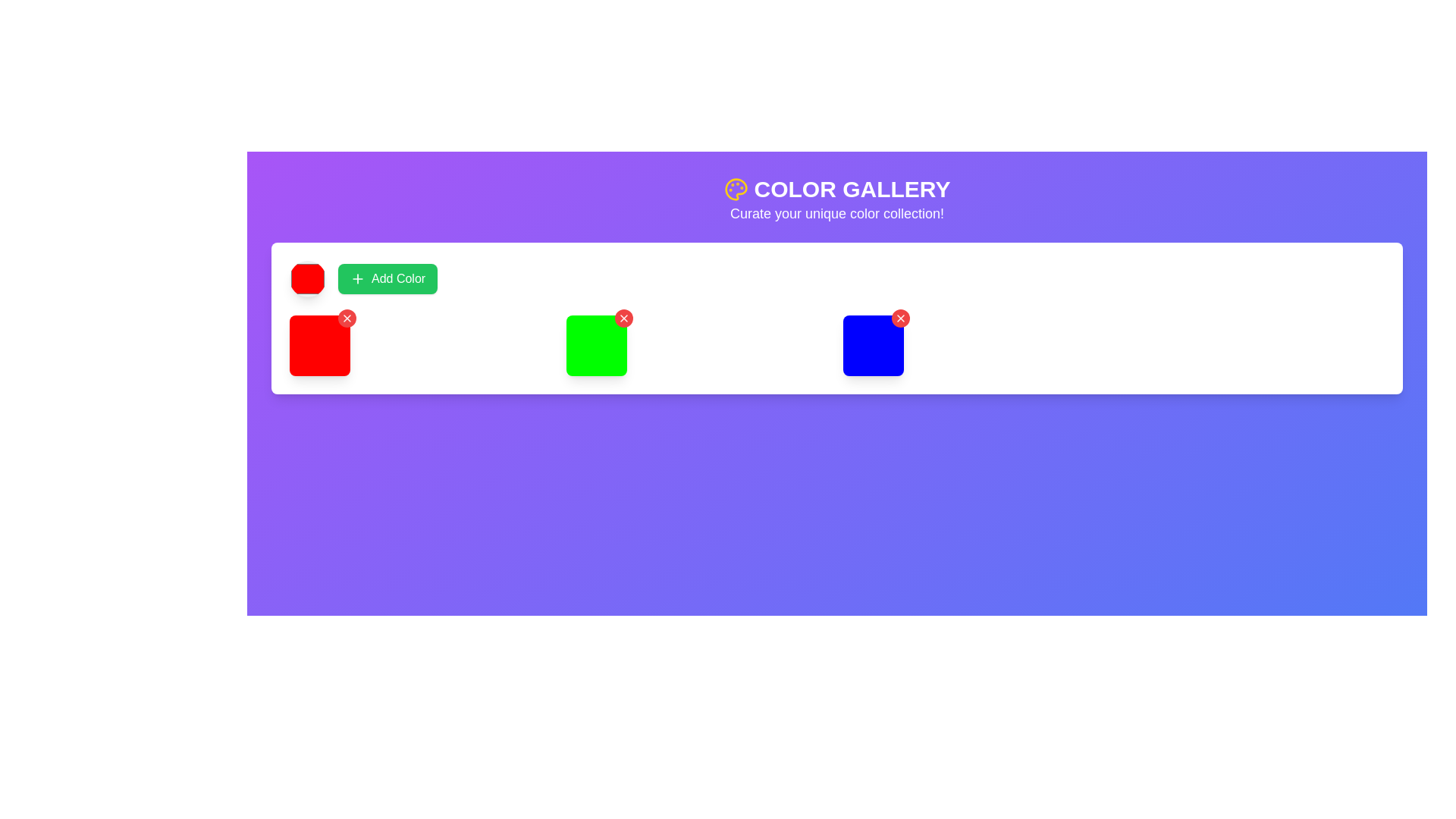 The height and width of the screenshot is (819, 1456). Describe the element at coordinates (836, 213) in the screenshot. I see `the static text caption that reads 'Curate your unique color collection!' which is styled with a large font size and is located below the 'COLOR GALLERY' heading` at that location.